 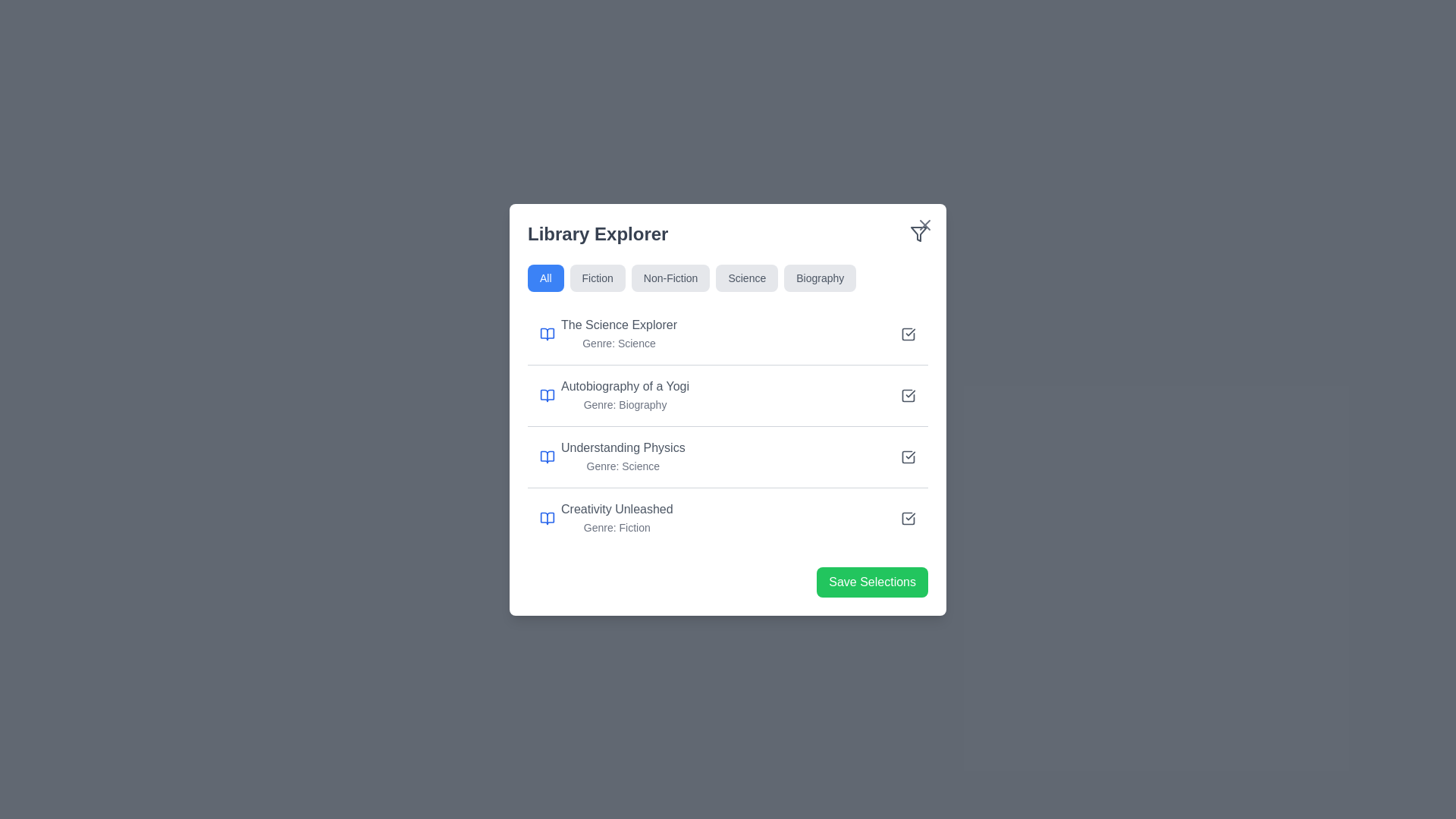 What do you see at coordinates (908, 516) in the screenshot?
I see `the interactive checkbox with a blue and gray hue, containing a checkmark icon, located to the right of the item row titled 'Creativity Unleashed: Genre: Fiction', which is the fourth checkbox among similar elements` at bounding box center [908, 516].